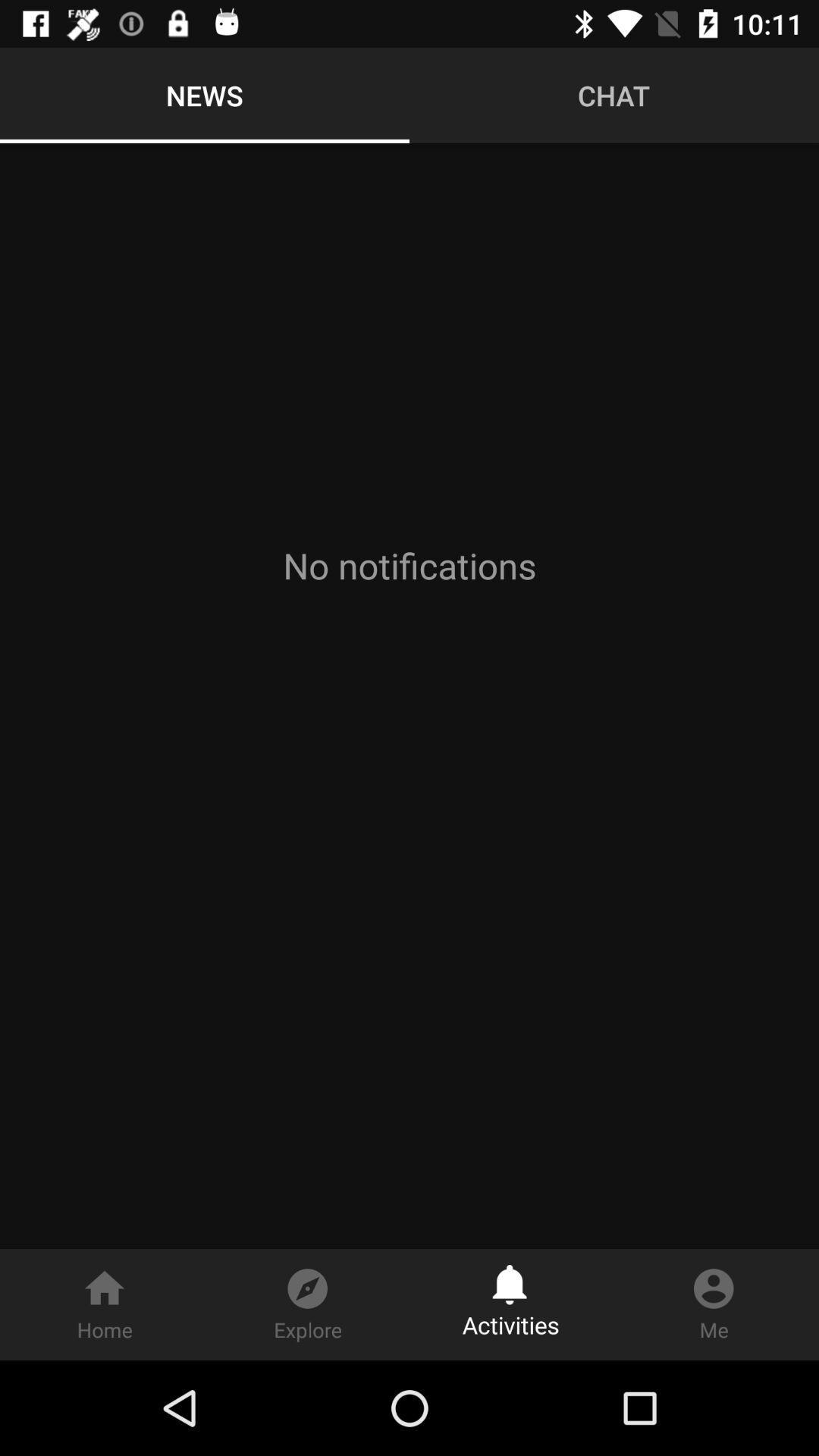 The height and width of the screenshot is (1456, 819). What do you see at coordinates (510, 1278) in the screenshot?
I see `the bell icon` at bounding box center [510, 1278].